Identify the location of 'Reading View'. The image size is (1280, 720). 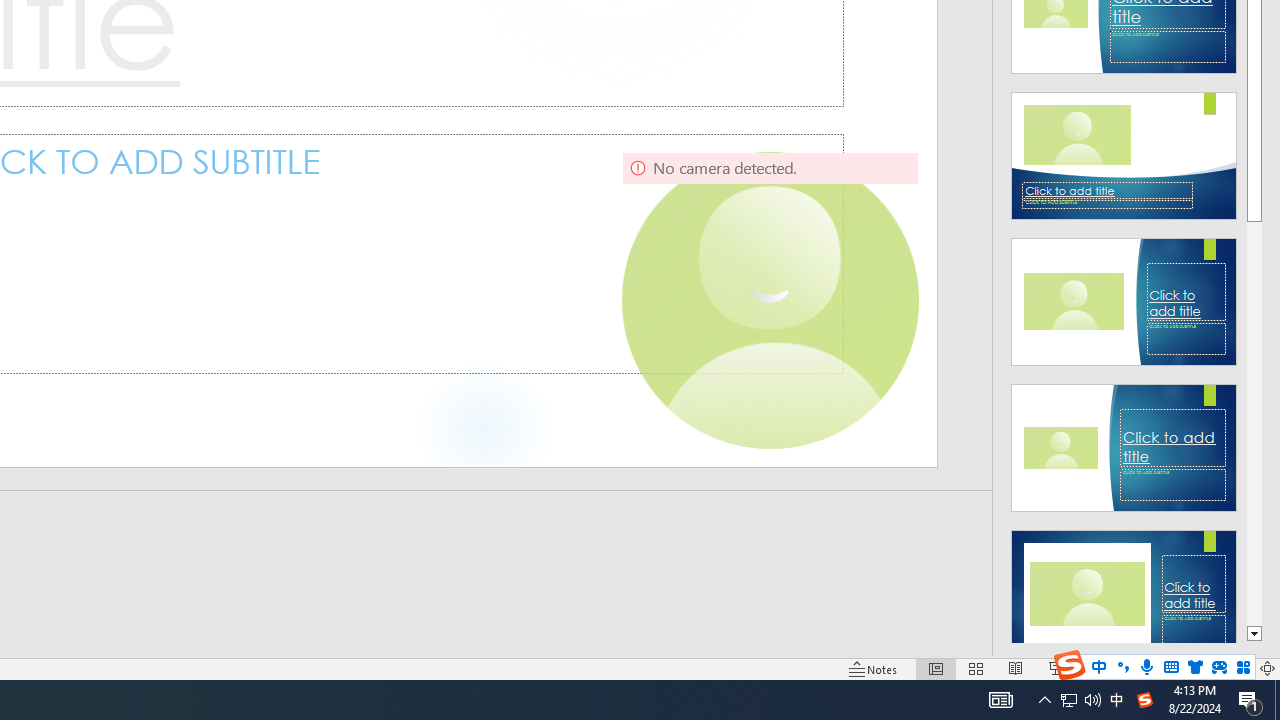
(1015, 669).